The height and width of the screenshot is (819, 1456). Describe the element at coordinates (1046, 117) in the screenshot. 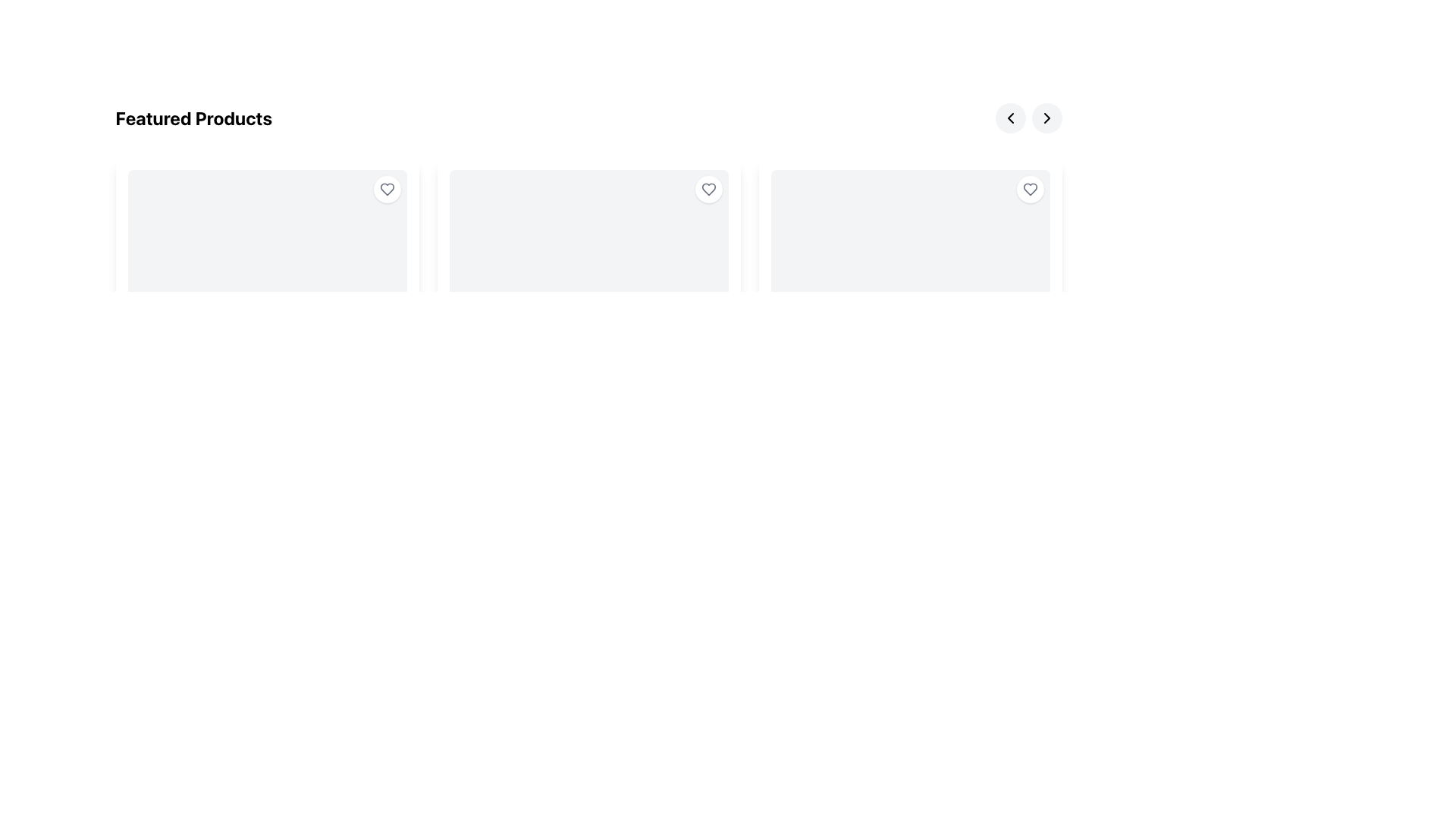

I see `the right-pointing arrow icon located within a circular button in the upper-right corner of the interface` at that location.